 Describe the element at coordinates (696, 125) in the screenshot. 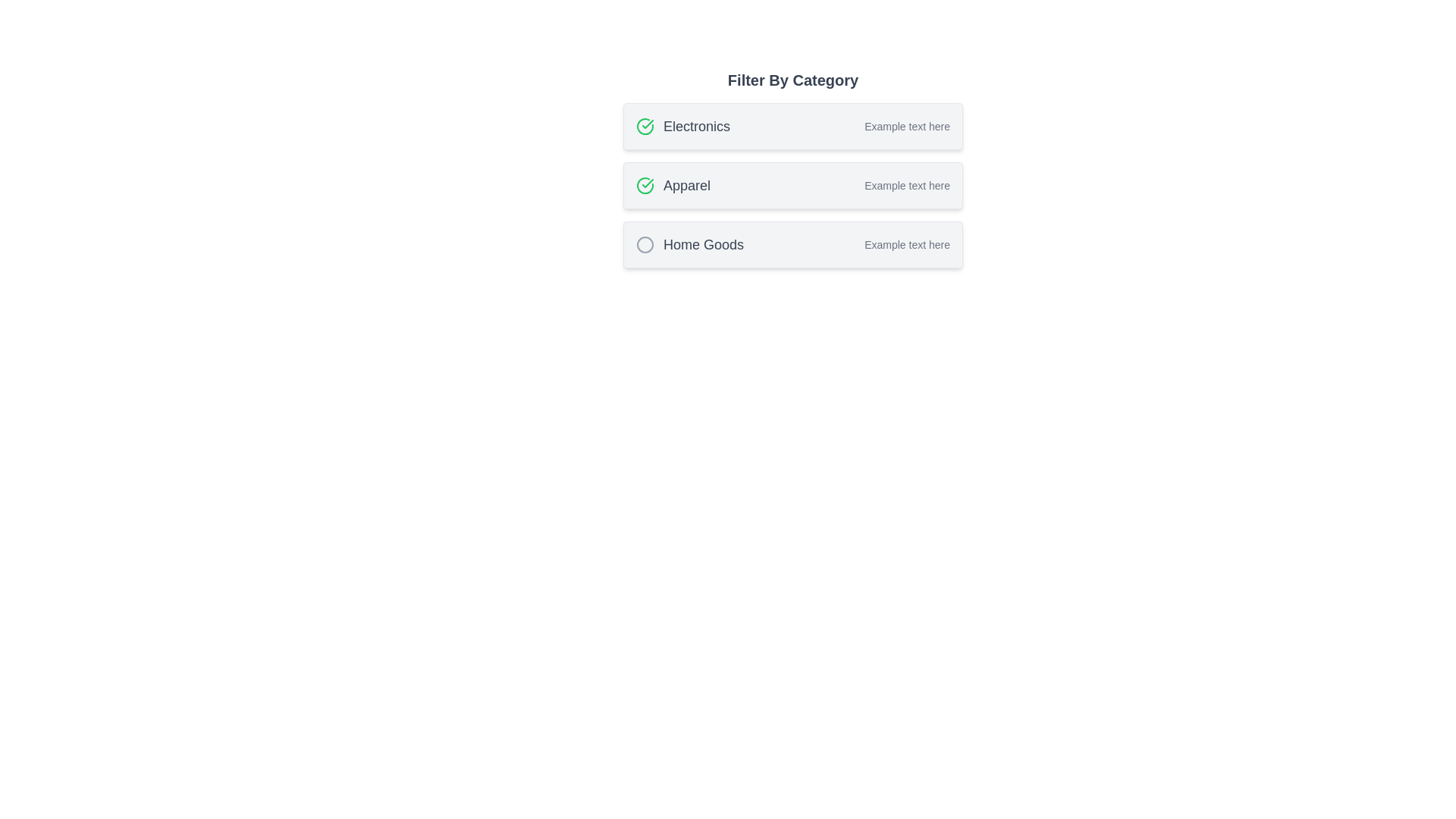

I see `the text label 'Electronics', which is styled in a medium-sized, grayish, bold font and is part of a vertical list of category labels` at that location.